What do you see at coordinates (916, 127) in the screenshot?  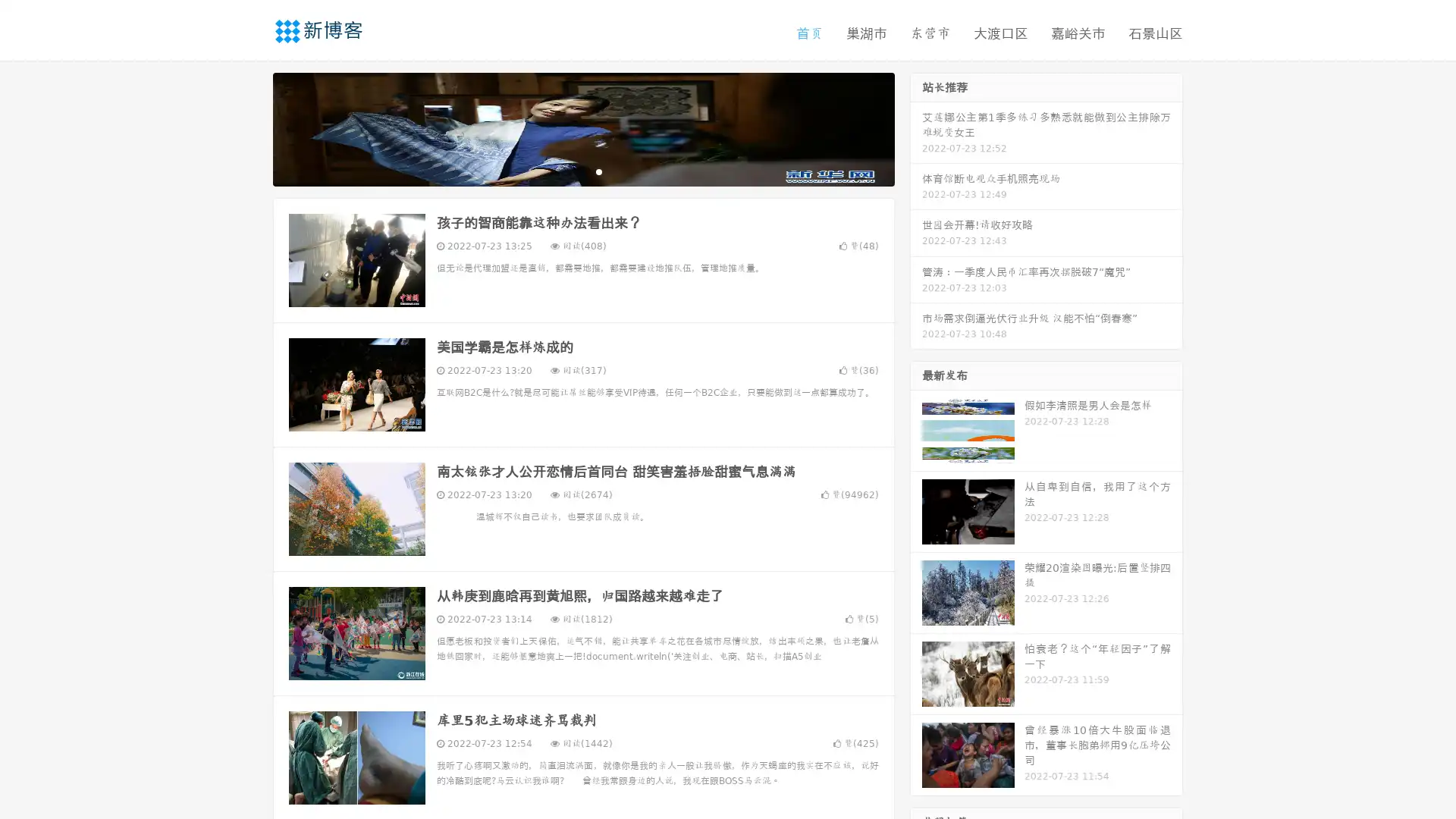 I see `Next slide` at bounding box center [916, 127].